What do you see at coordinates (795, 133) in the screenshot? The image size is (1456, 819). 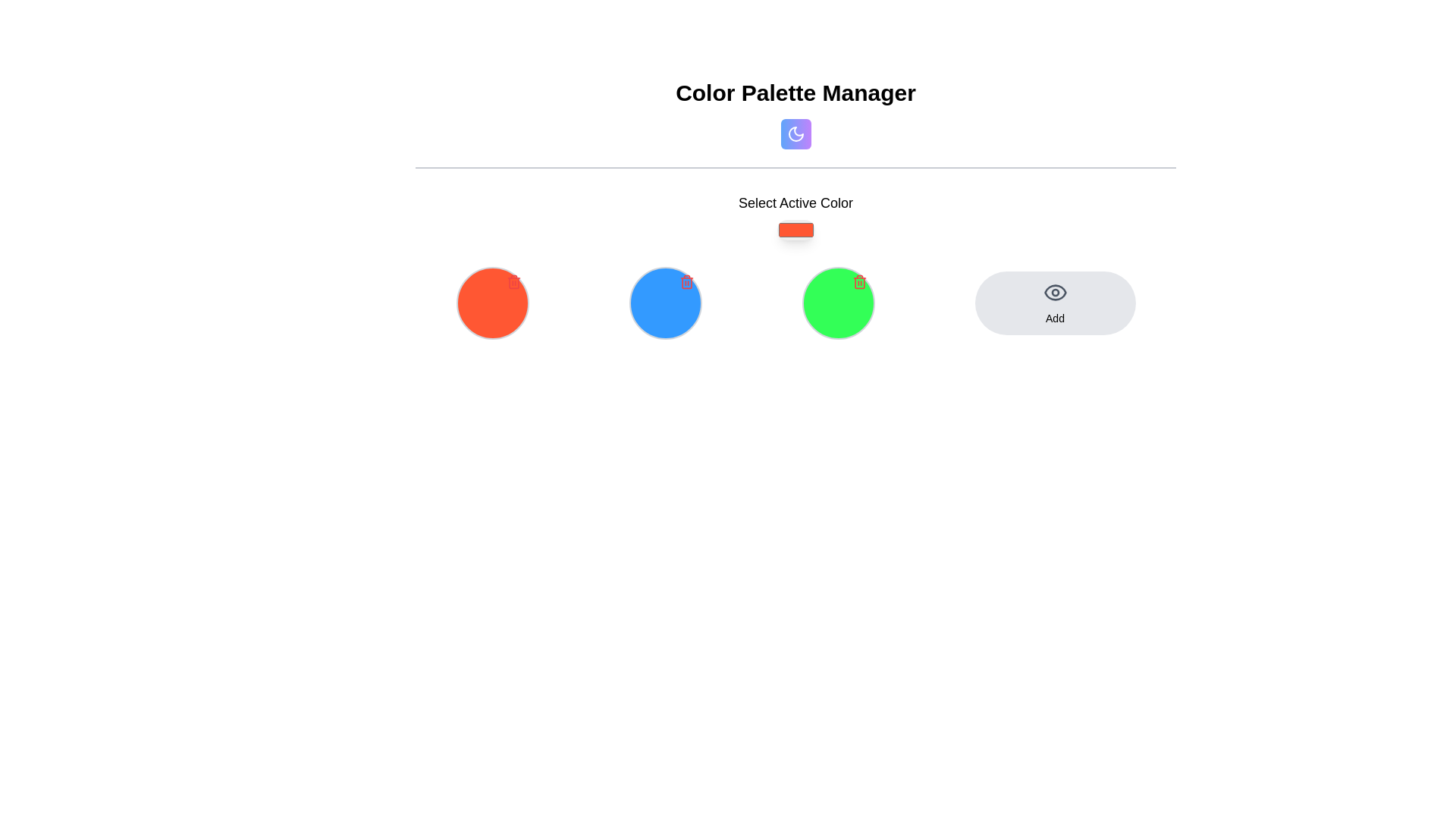 I see `the icon representing night mode or styling consistency, located at the top-middle of the interface under the title 'Color Palette Manager'` at bounding box center [795, 133].